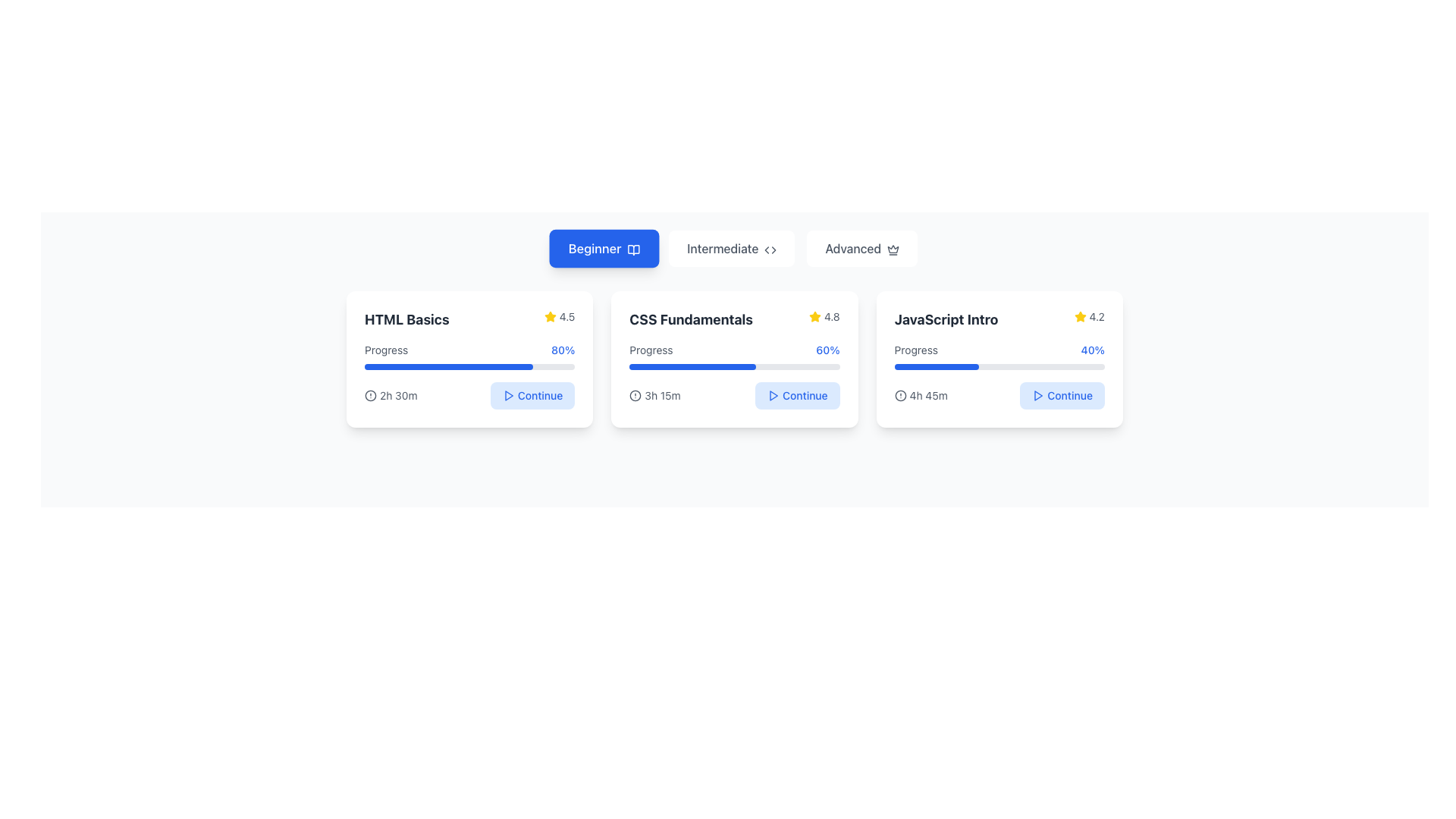 This screenshot has height=819, width=1456. What do you see at coordinates (1088, 315) in the screenshot?
I see `the Rating display component, which consists of a yellow star icon followed by the text '4.2', located in the top-right corner of the 'JavaScript Intro' card` at bounding box center [1088, 315].